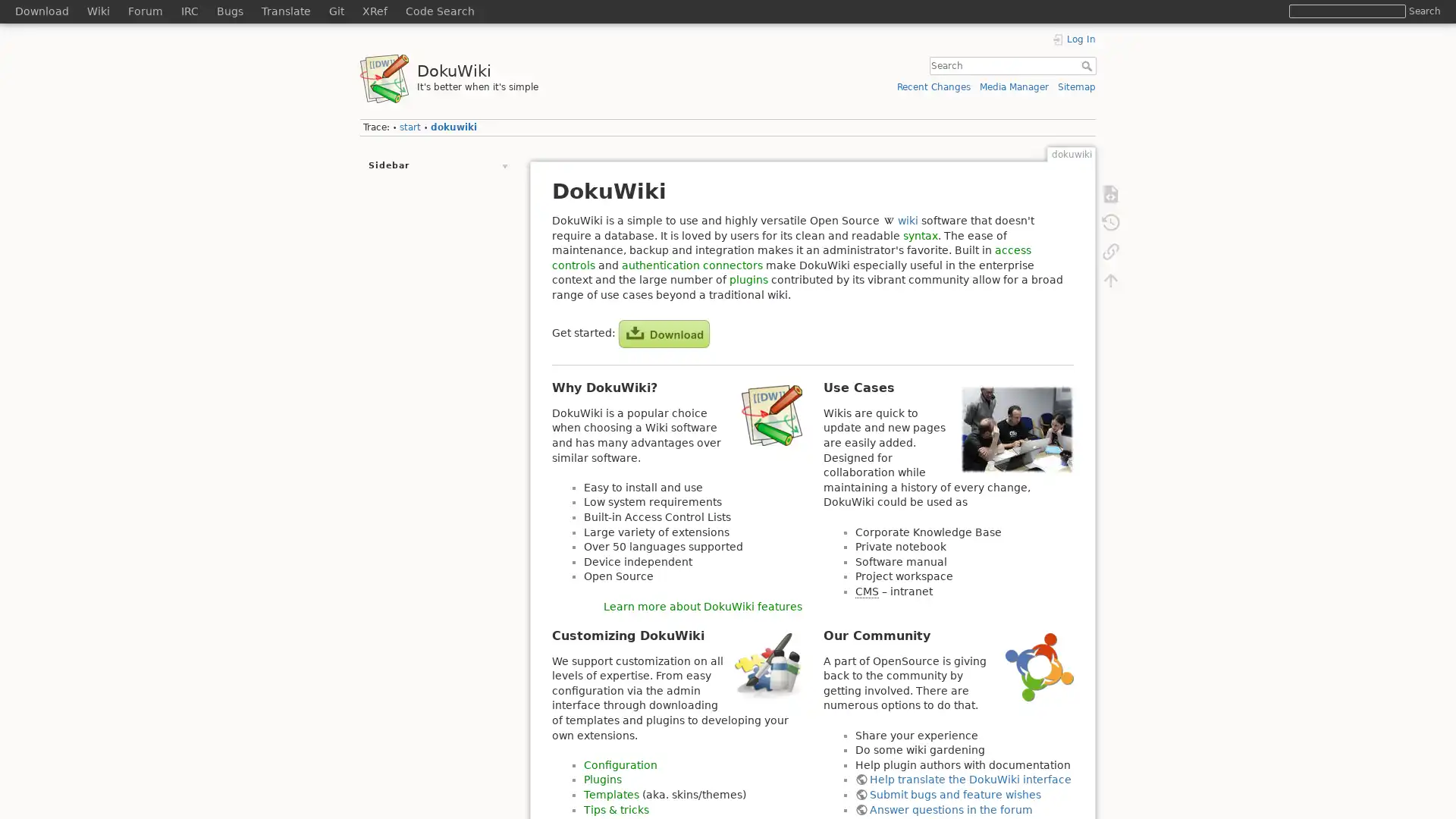  Describe the element at coordinates (1423, 11) in the screenshot. I see `Search` at that location.